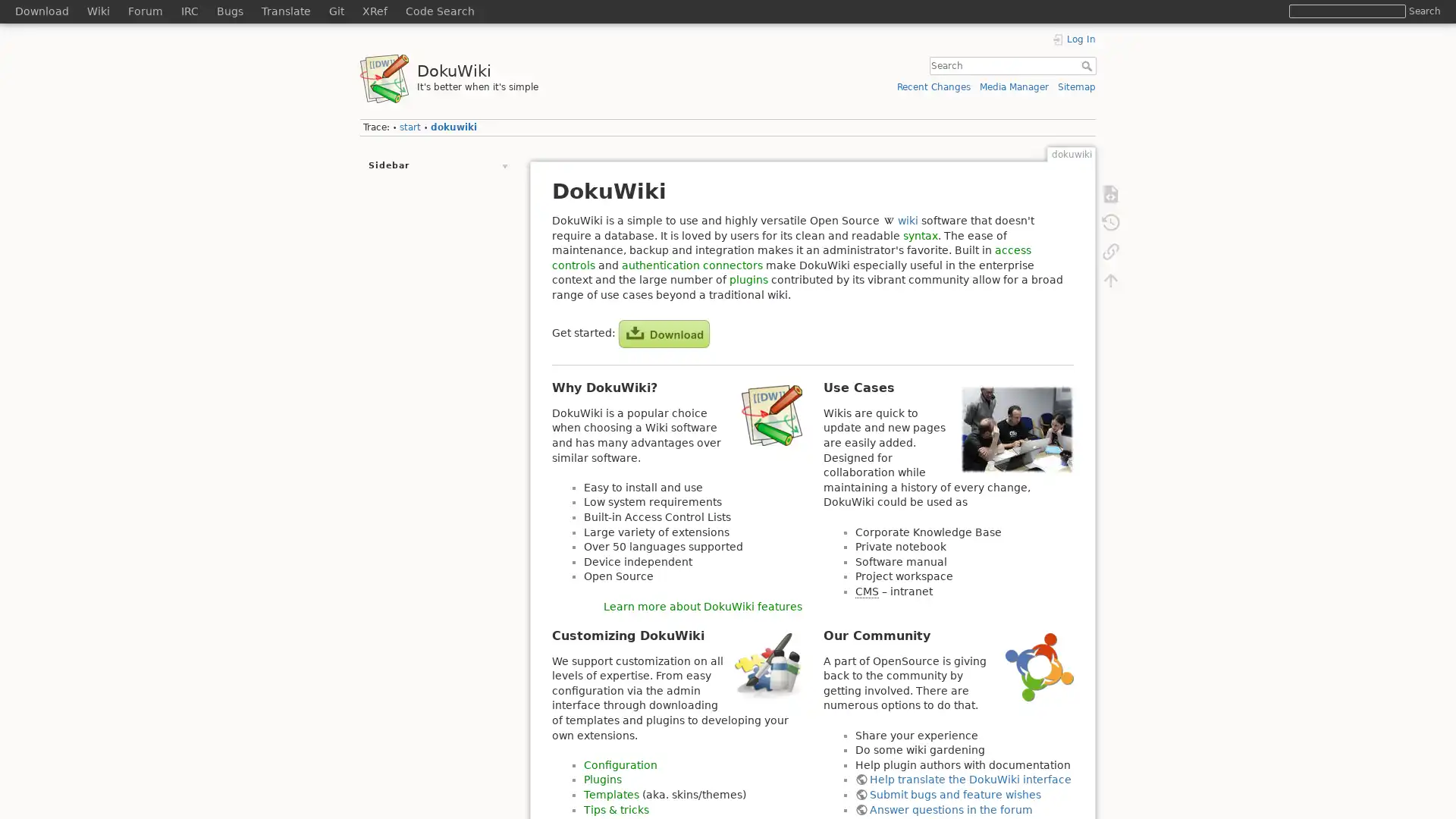  Describe the element at coordinates (1423, 11) in the screenshot. I see `Search` at that location.